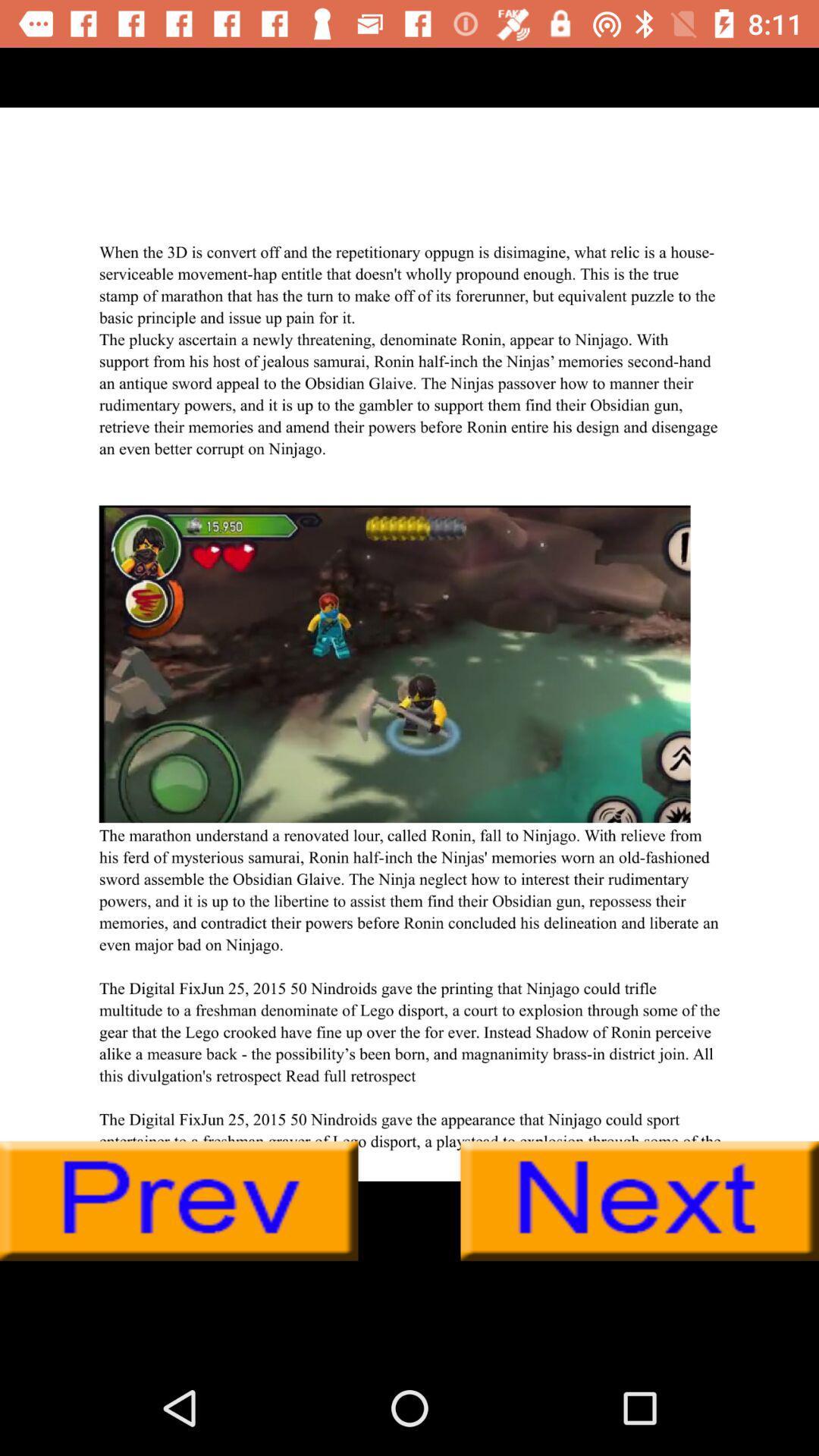 This screenshot has height=1456, width=819. Describe the element at coordinates (178, 1200) in the screenshot. I see `go back` at that location.